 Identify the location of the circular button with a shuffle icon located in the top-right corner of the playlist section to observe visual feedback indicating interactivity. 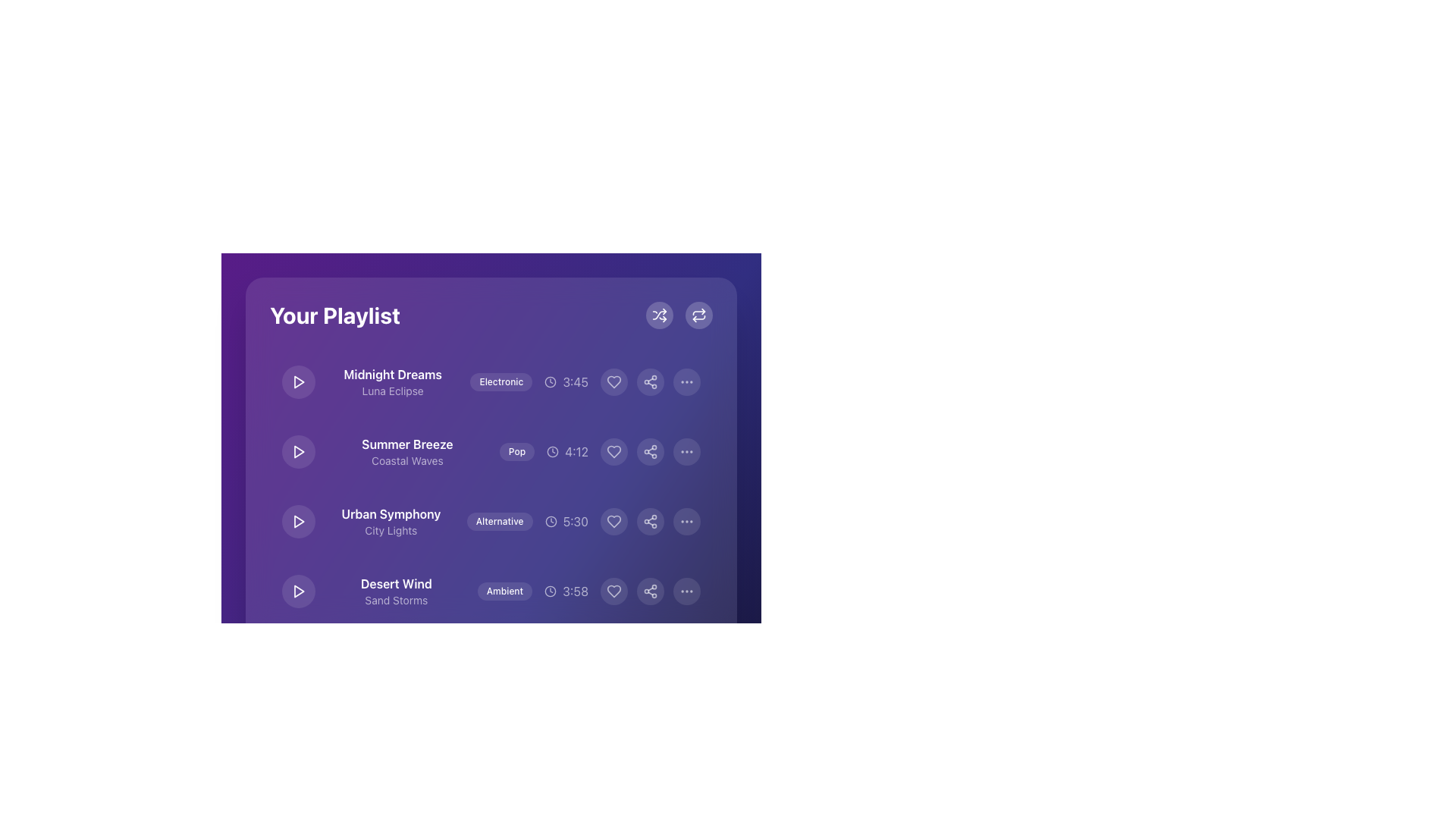
(659, 315).